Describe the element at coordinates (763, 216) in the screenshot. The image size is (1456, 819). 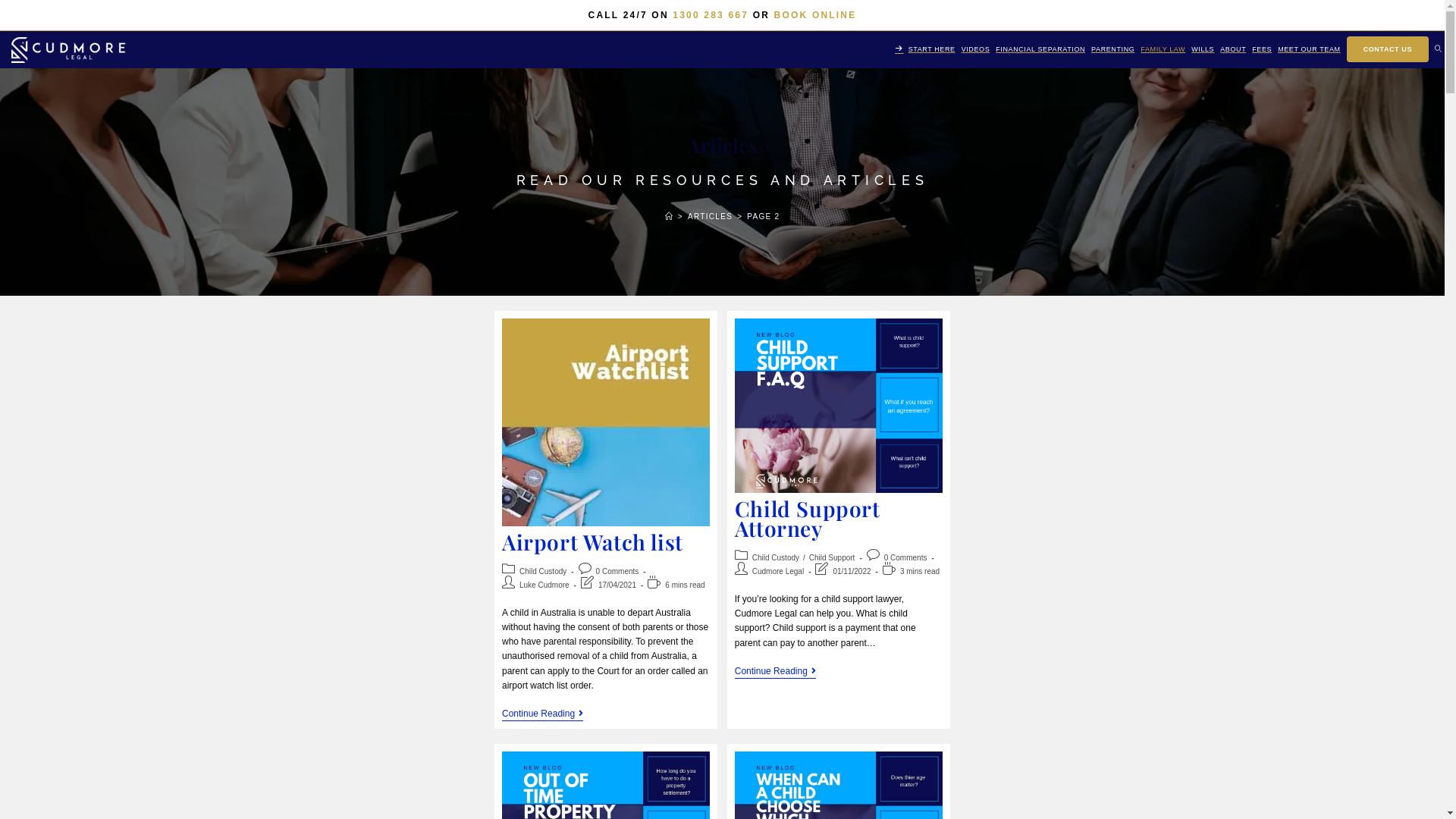
I see `'PAGE 2'` at that location.